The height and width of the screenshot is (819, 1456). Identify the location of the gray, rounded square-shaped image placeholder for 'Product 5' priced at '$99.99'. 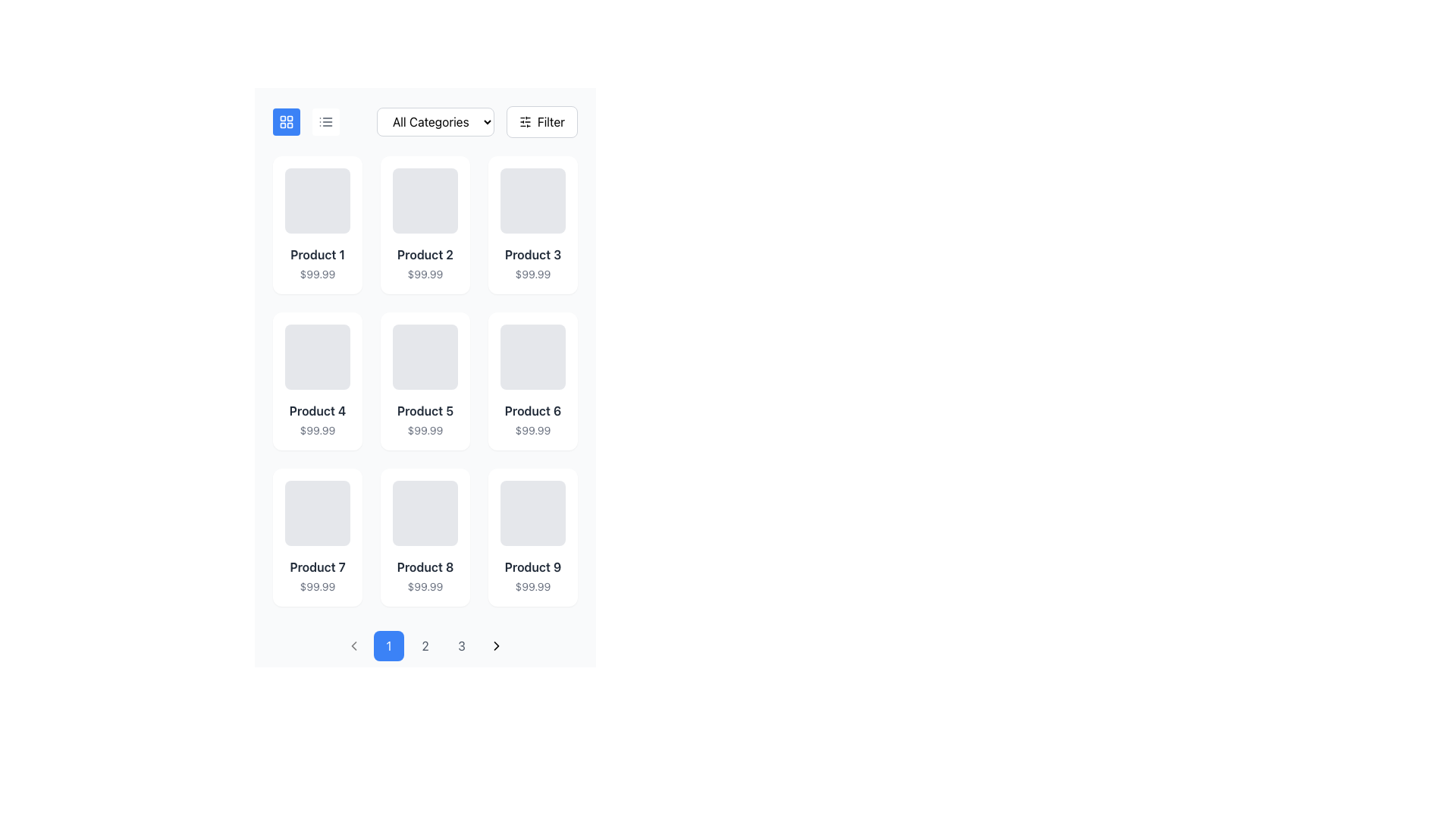
(425, 356).